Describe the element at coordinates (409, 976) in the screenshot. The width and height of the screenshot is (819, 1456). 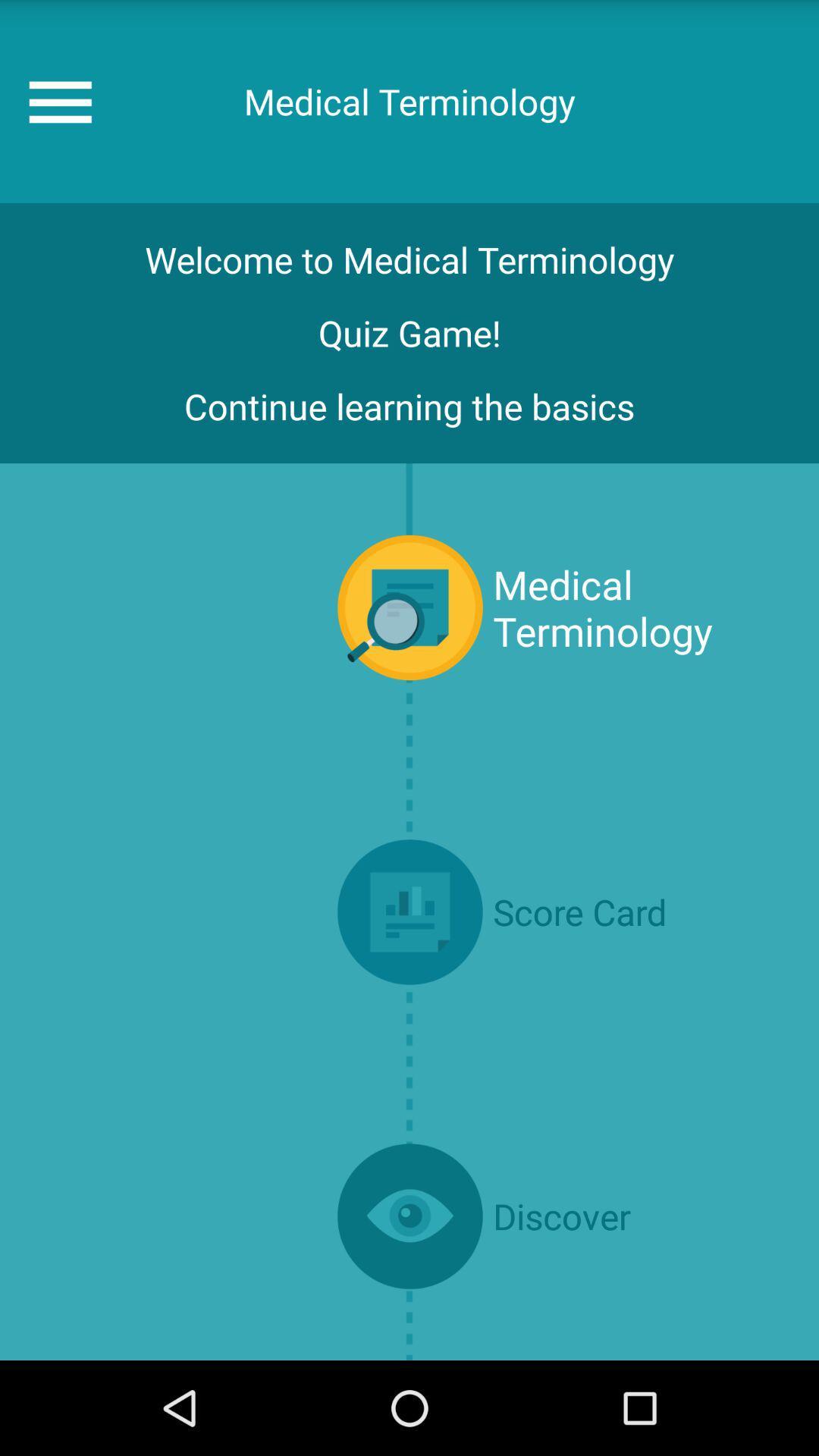
I see `the book icon` at that location.